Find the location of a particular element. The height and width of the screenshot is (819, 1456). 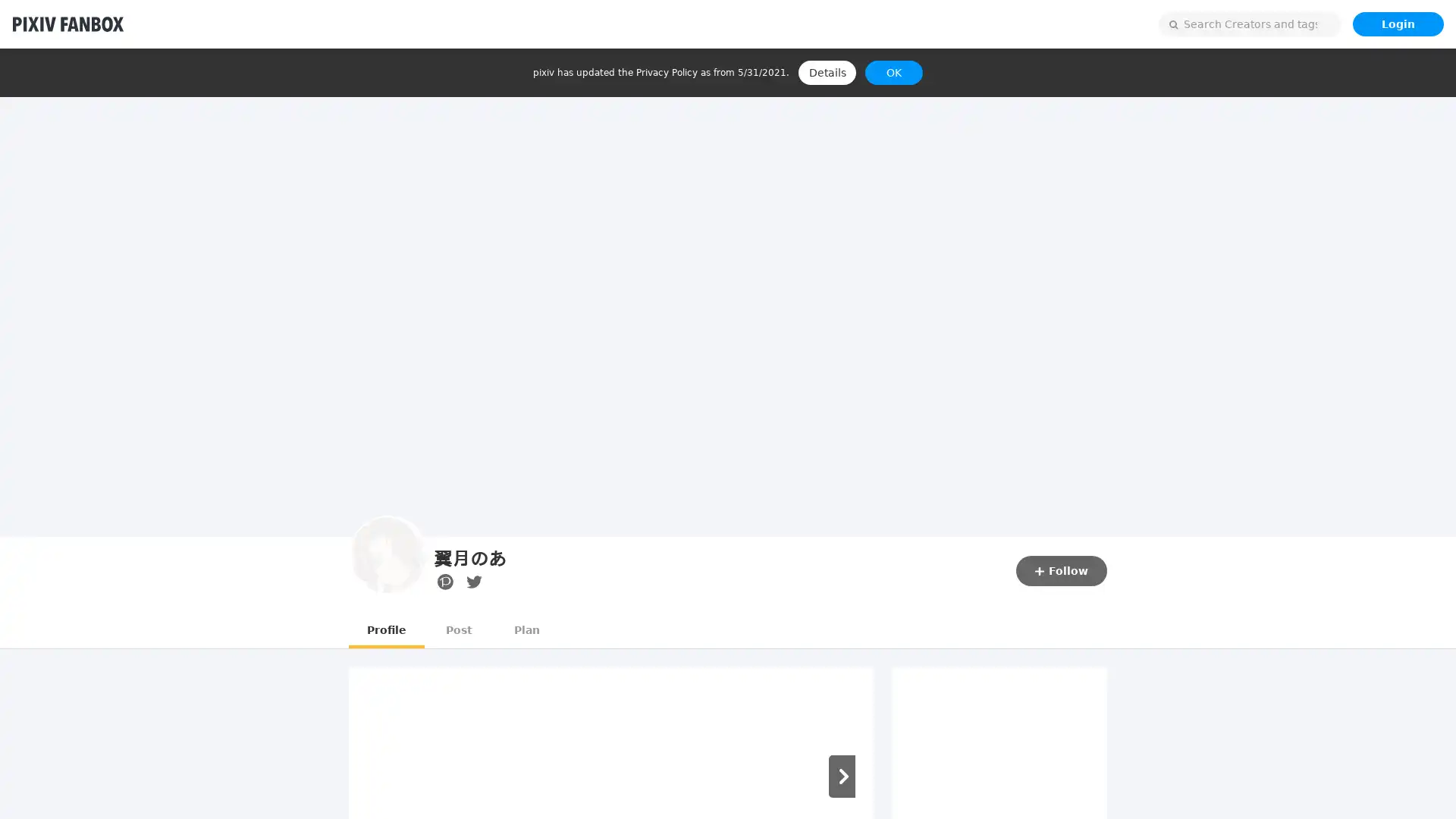

Login is located at coordinates (1397, 24).